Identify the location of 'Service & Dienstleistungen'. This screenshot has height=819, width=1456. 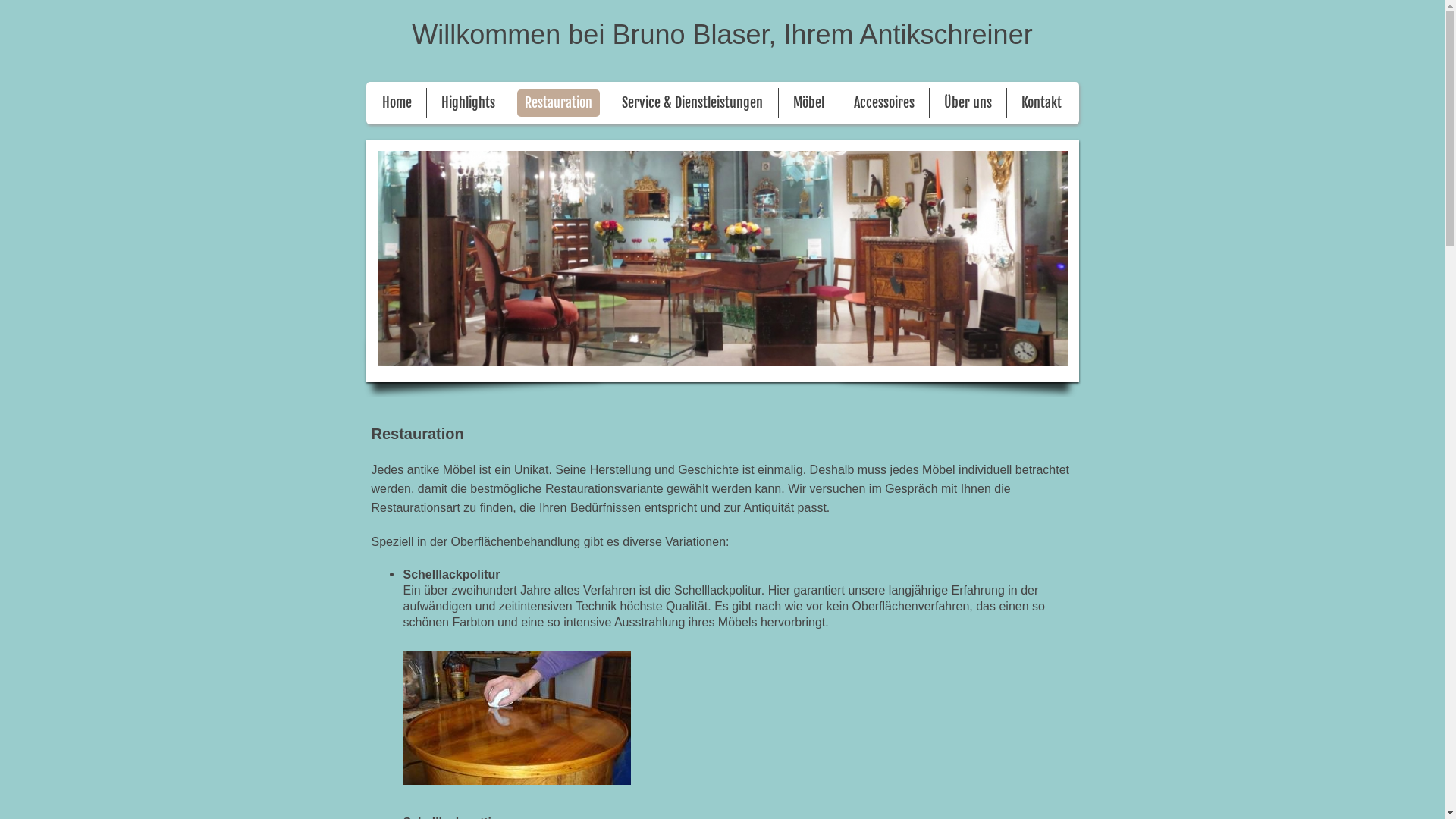
(614, 102).